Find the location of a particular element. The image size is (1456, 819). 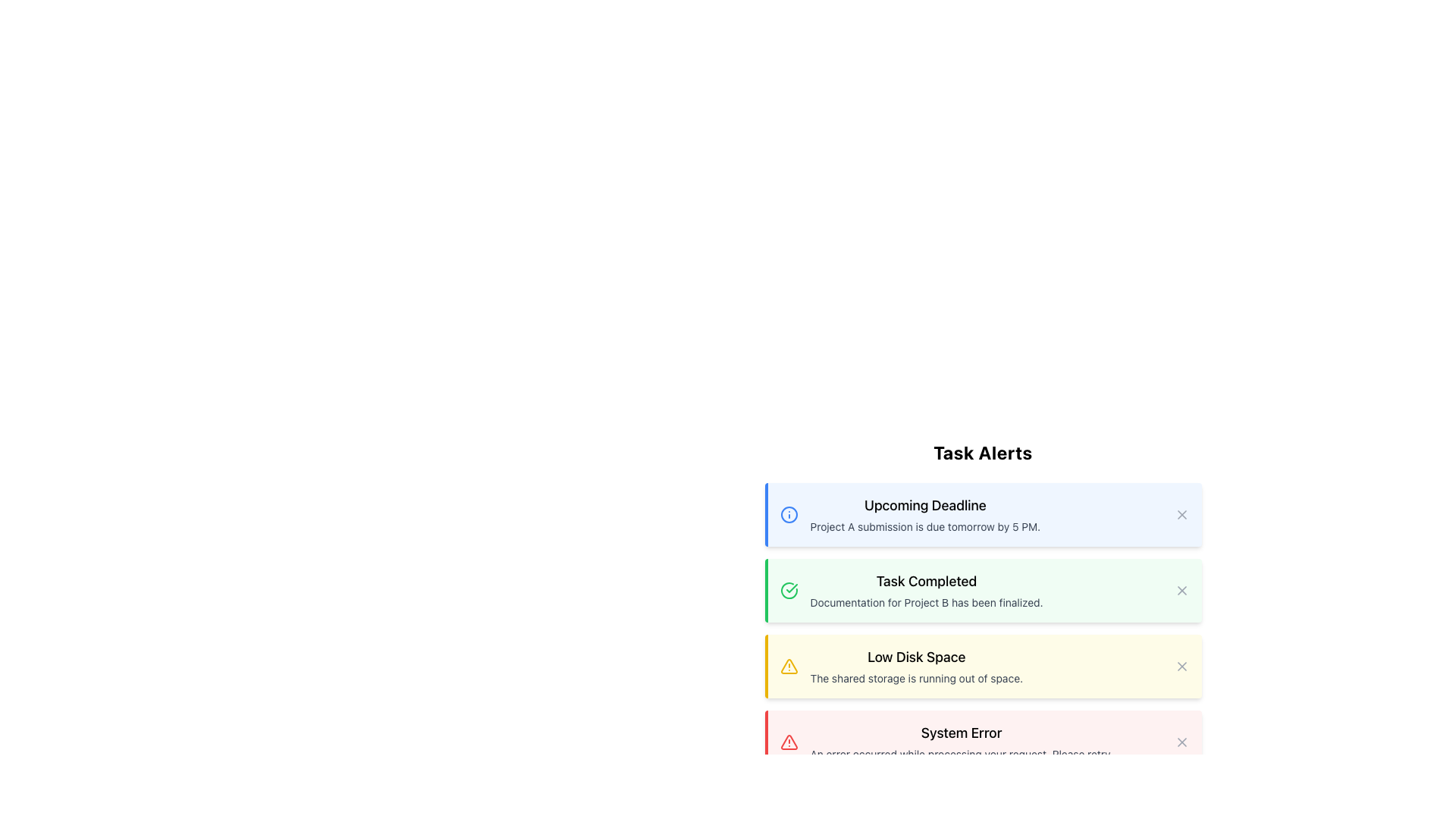

the text label stating 'Task Completed', which is prominently displayed in a bold font with a light green background, indicating a notification's title is located at coordinates (926, 581).